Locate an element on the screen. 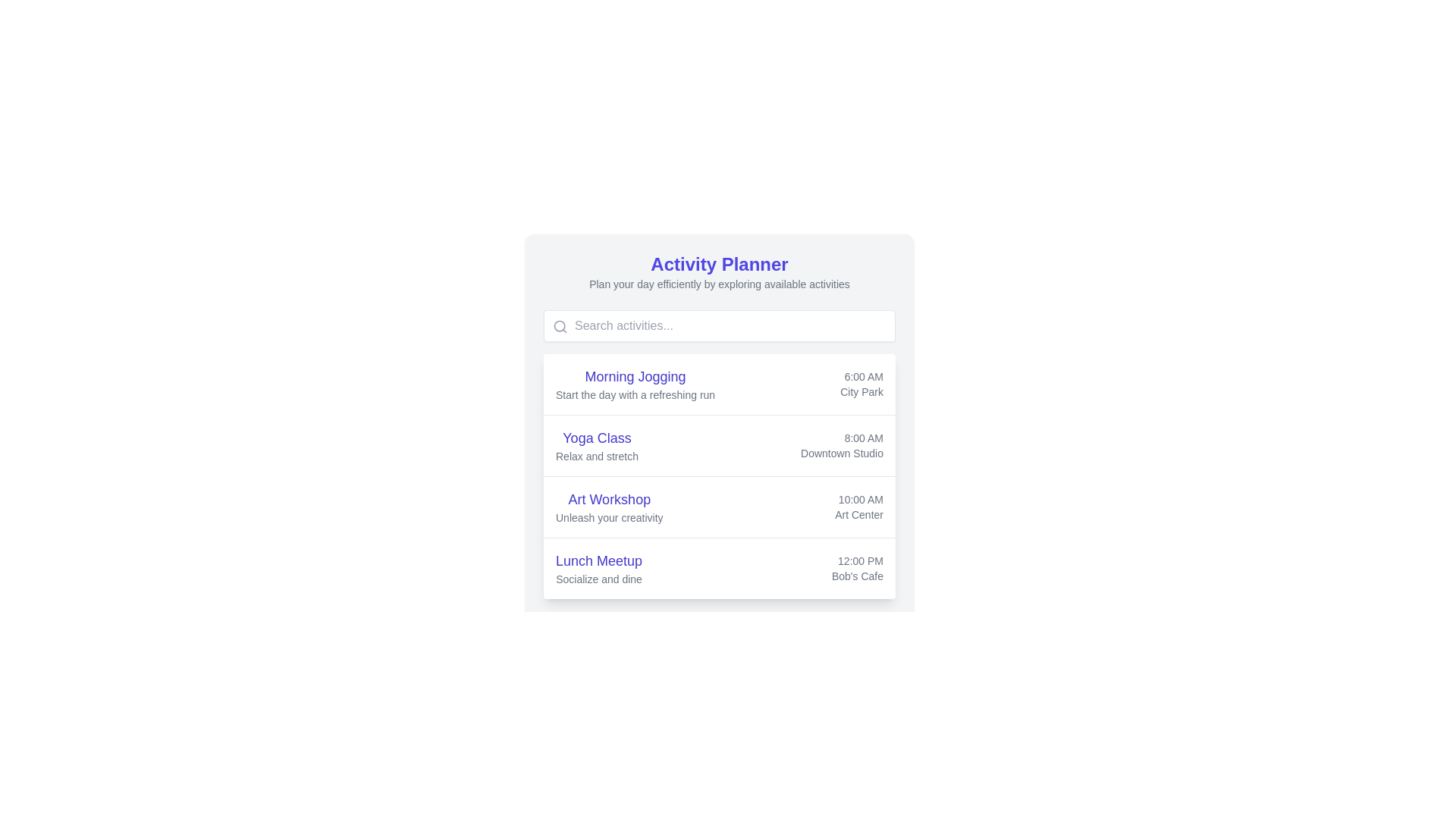 The height and width of the screenshot is (819, 1456). the Text Label indicating the location or venue associated with an event, located at the bottom of the list of activities, aligned to the right side of the card, following the text '12:00 PM' is located at coordinates (858, 576).